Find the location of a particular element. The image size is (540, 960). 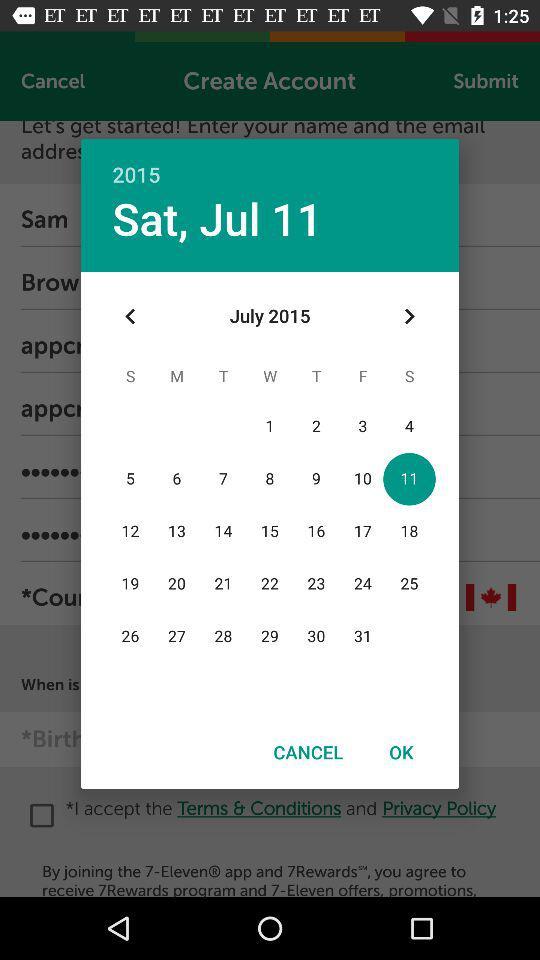

icon next to cancel item is located at coordinates (401, 751).